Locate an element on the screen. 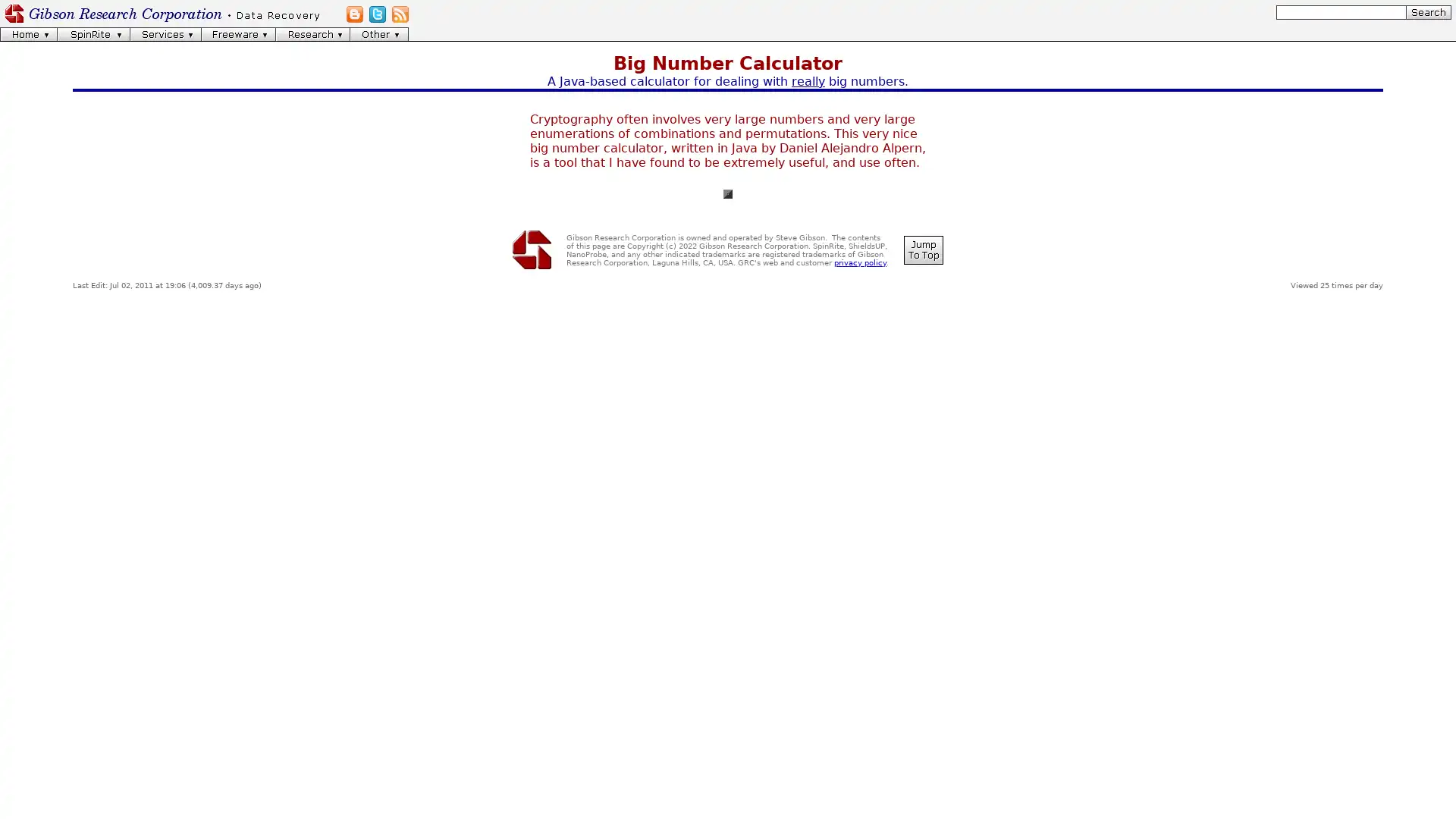 The image size is (1456, 819). [Search] is located at coordinates (1427, 12).